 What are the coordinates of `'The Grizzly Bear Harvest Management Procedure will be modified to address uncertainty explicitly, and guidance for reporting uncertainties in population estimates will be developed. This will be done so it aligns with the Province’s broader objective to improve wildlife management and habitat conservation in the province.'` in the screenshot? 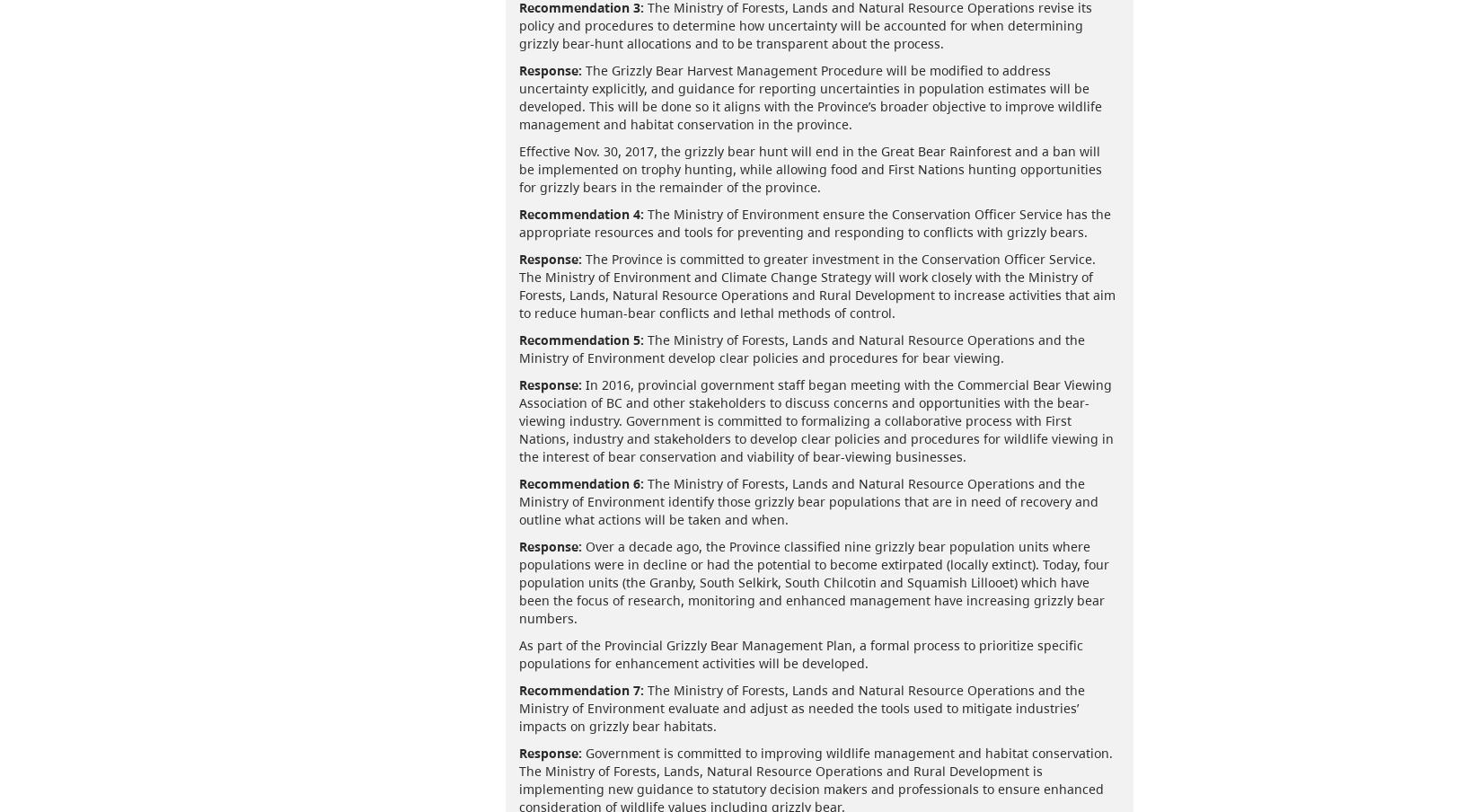 It's located at (809, 96).